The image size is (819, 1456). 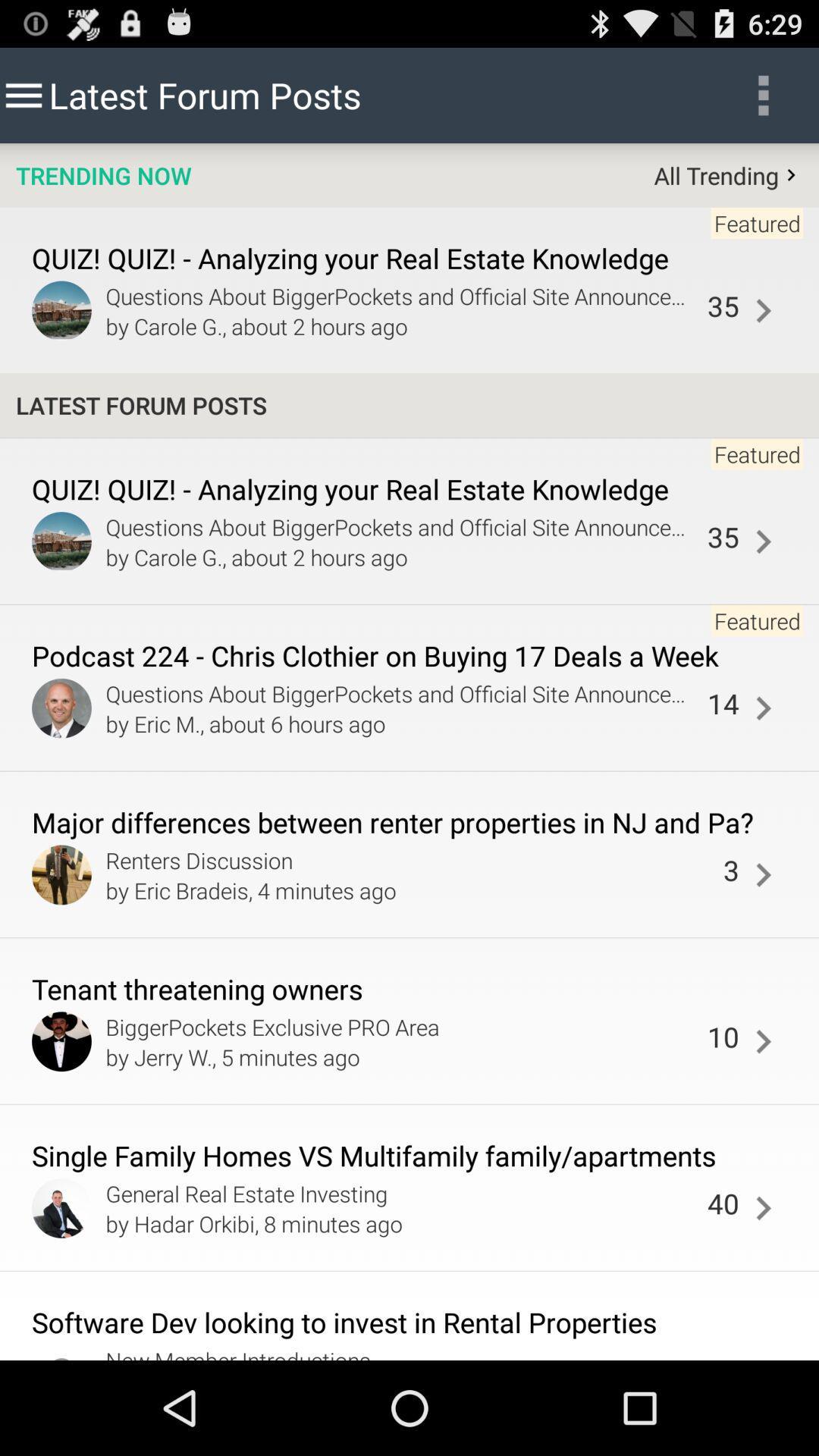 I want to click on item to the left of all trending icon, so click(x=102, y=175).